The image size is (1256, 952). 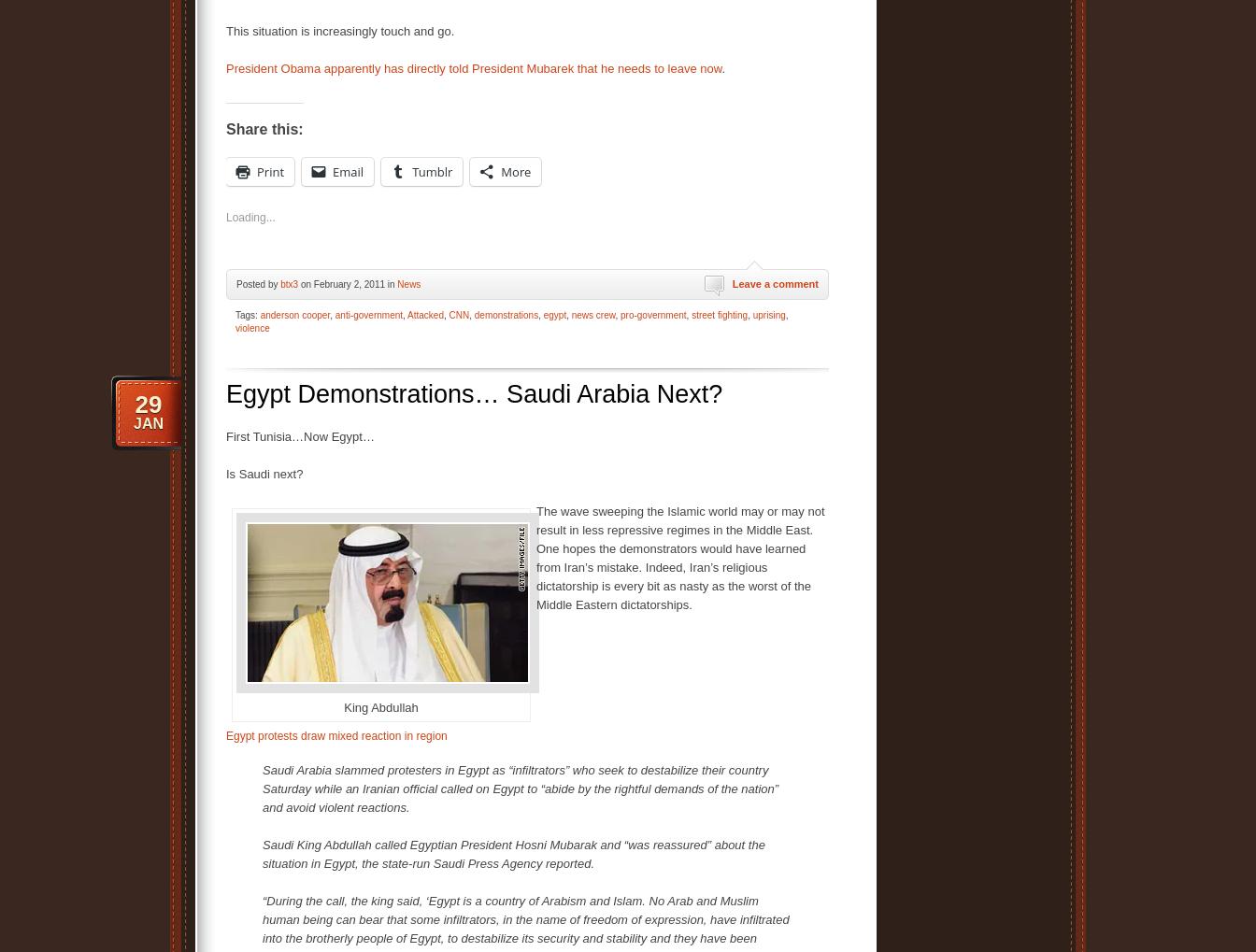 I want to click on 'violence', so click(x=252, y=328).